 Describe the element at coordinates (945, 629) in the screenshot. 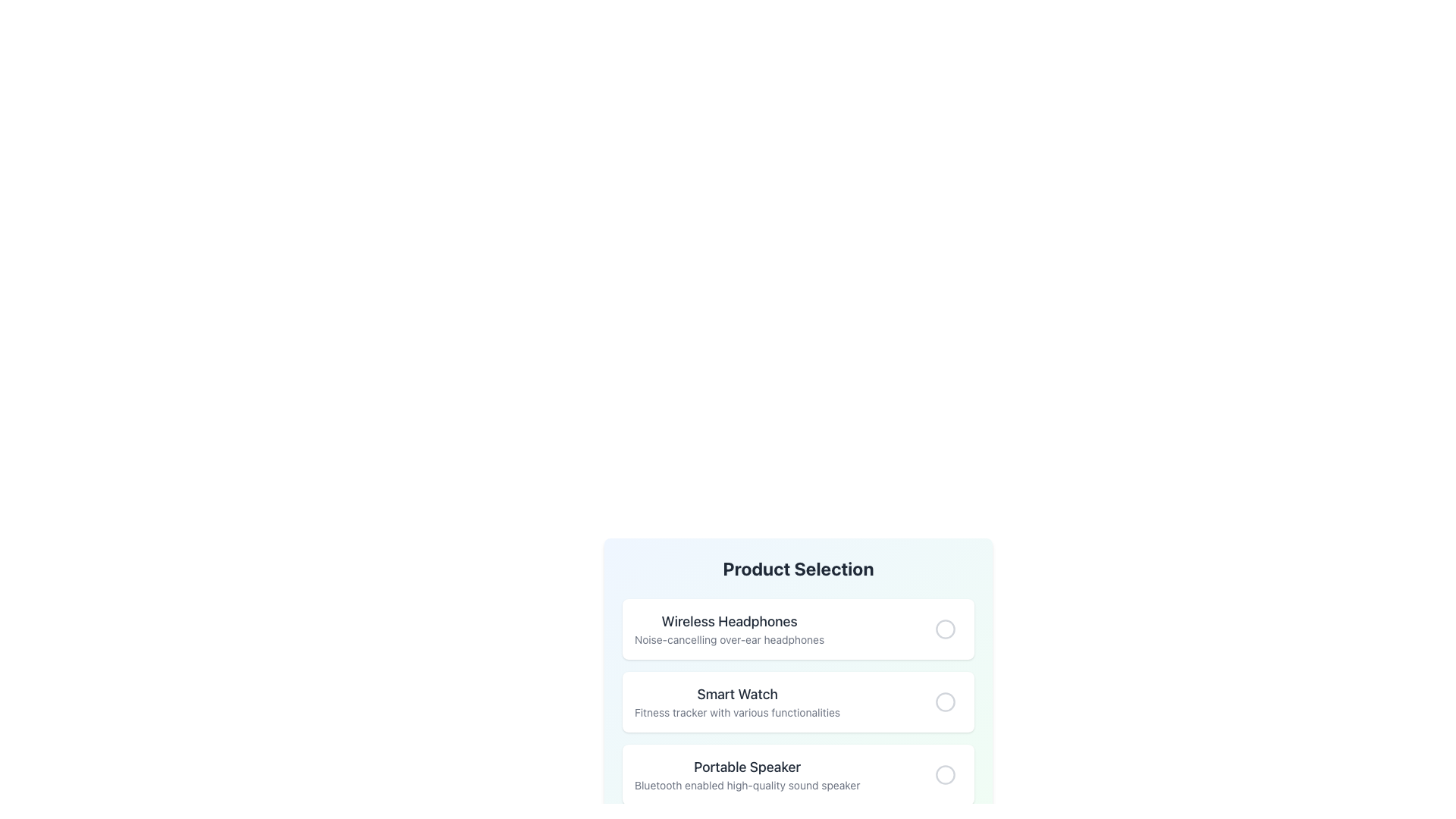

I see `the circular element with a grey border and a white background located to the right of the 'Wireless Headphones' list item` at that location.